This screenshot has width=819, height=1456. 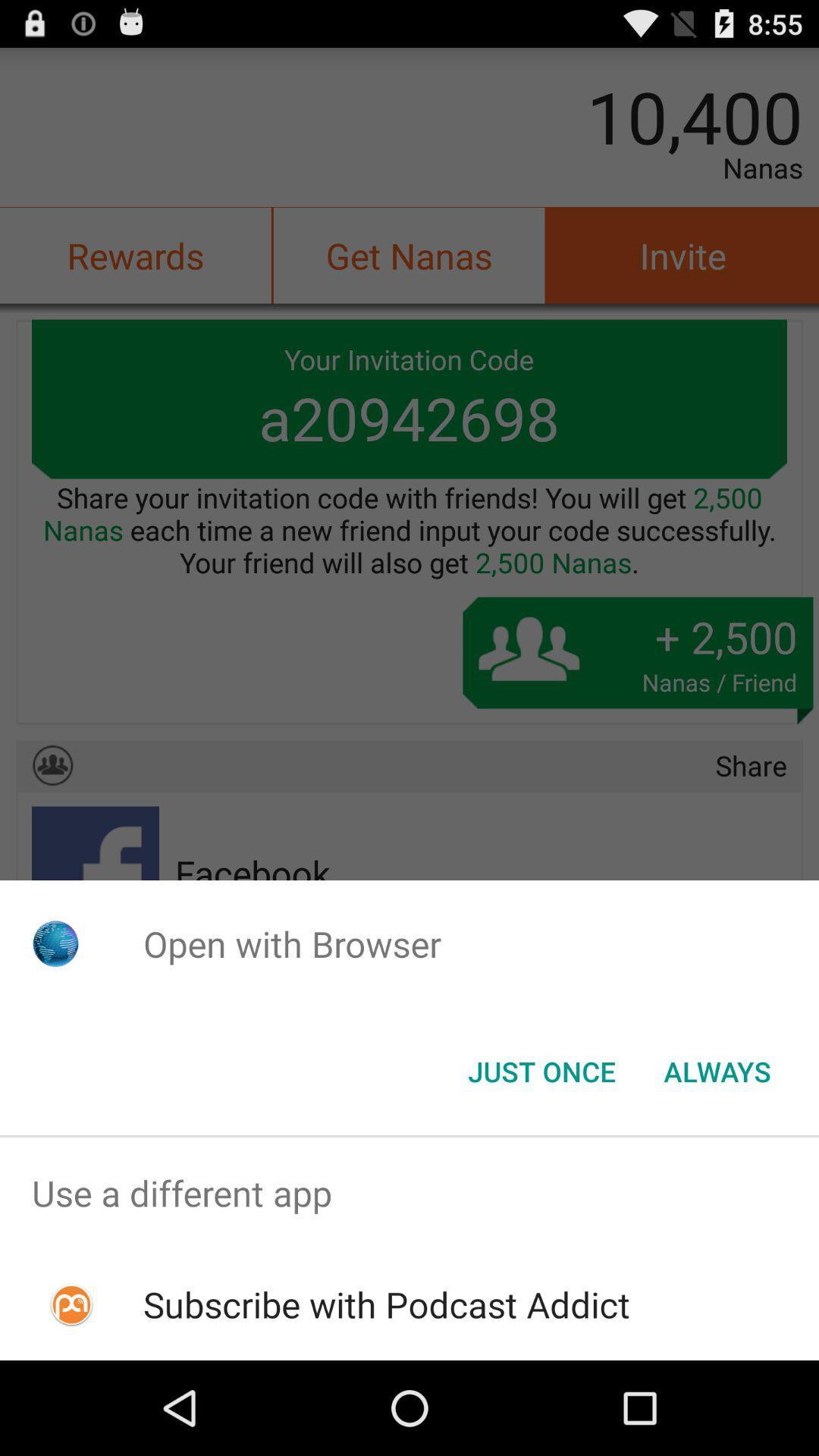 What do you see at coordinates (717, 1070) in the screenshot?
I see `always button` at bounding box center [717, 1070].